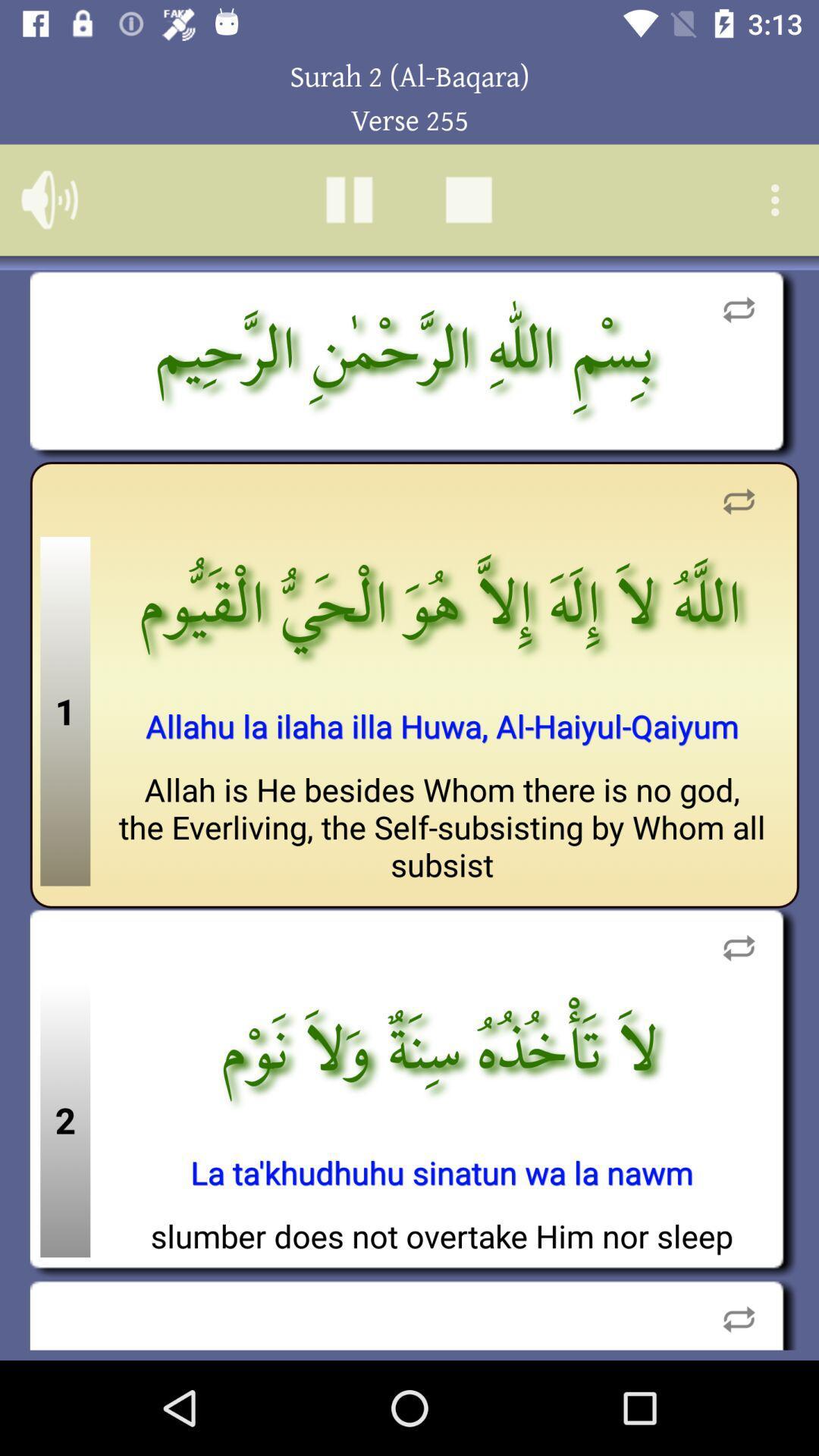 This screenshot has width=819, height=1456. What do you see at coordinates (49, 199) in the screenshot?
I see `speaker button it could be loud speaker or mute button` at bounding box center [49, 199].